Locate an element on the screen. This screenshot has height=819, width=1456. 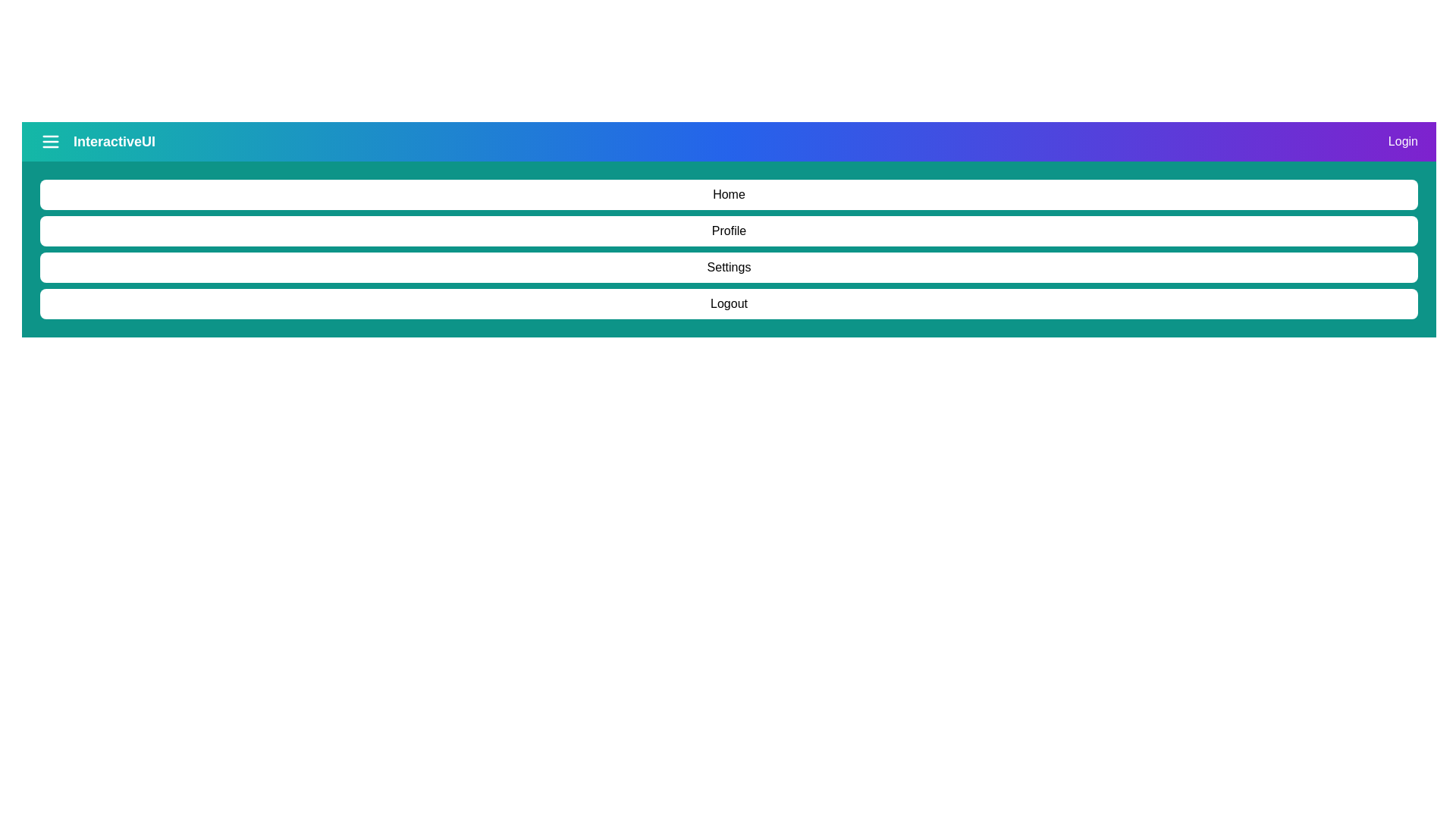
the menu icon to toggle the navigation menu is located at coordinates (51, 141).